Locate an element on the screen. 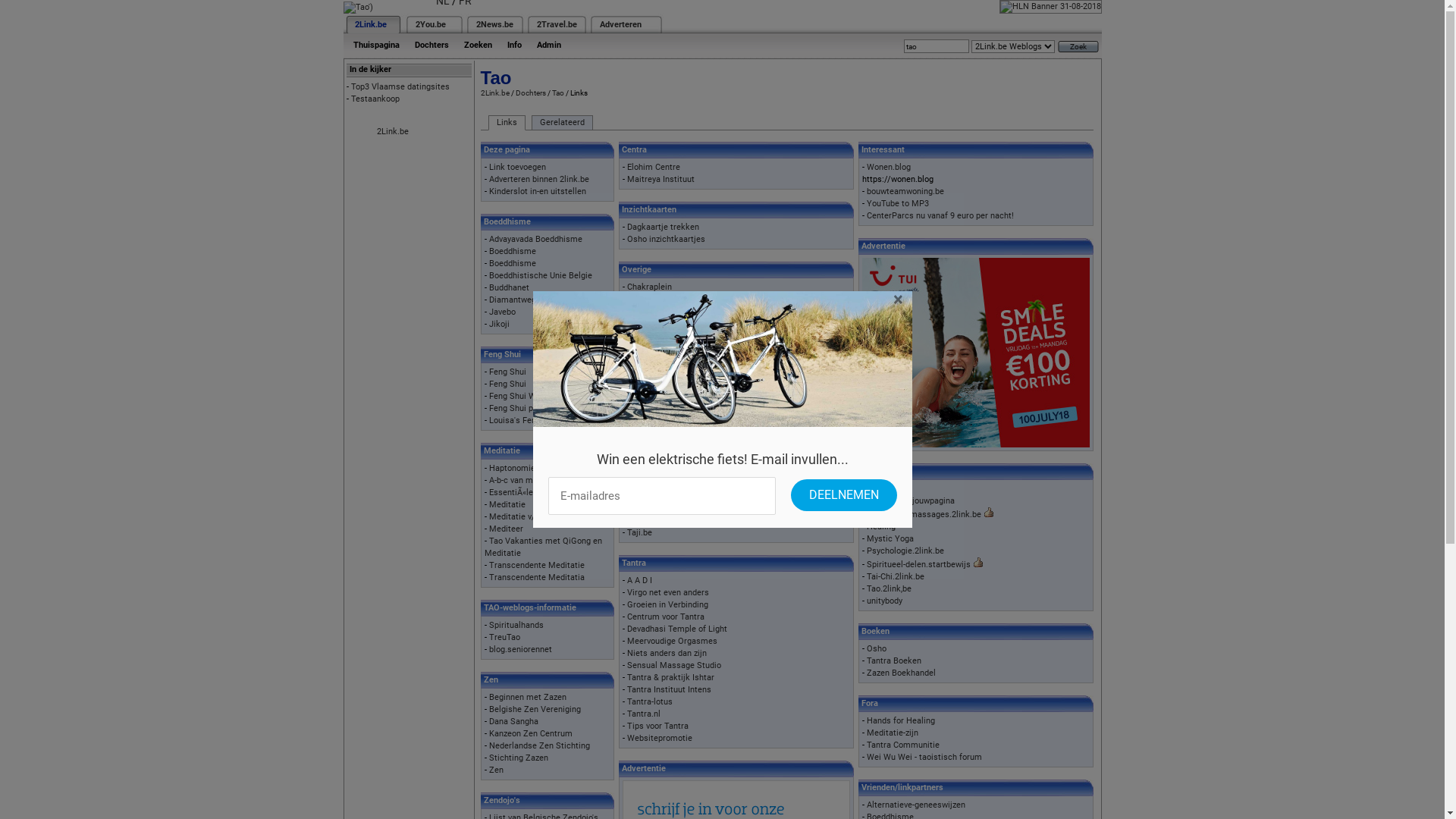 The width and height of the screenshot is (1456, 819). 'Tai-Chi.2link.be' is located at coordinates (895, 576).